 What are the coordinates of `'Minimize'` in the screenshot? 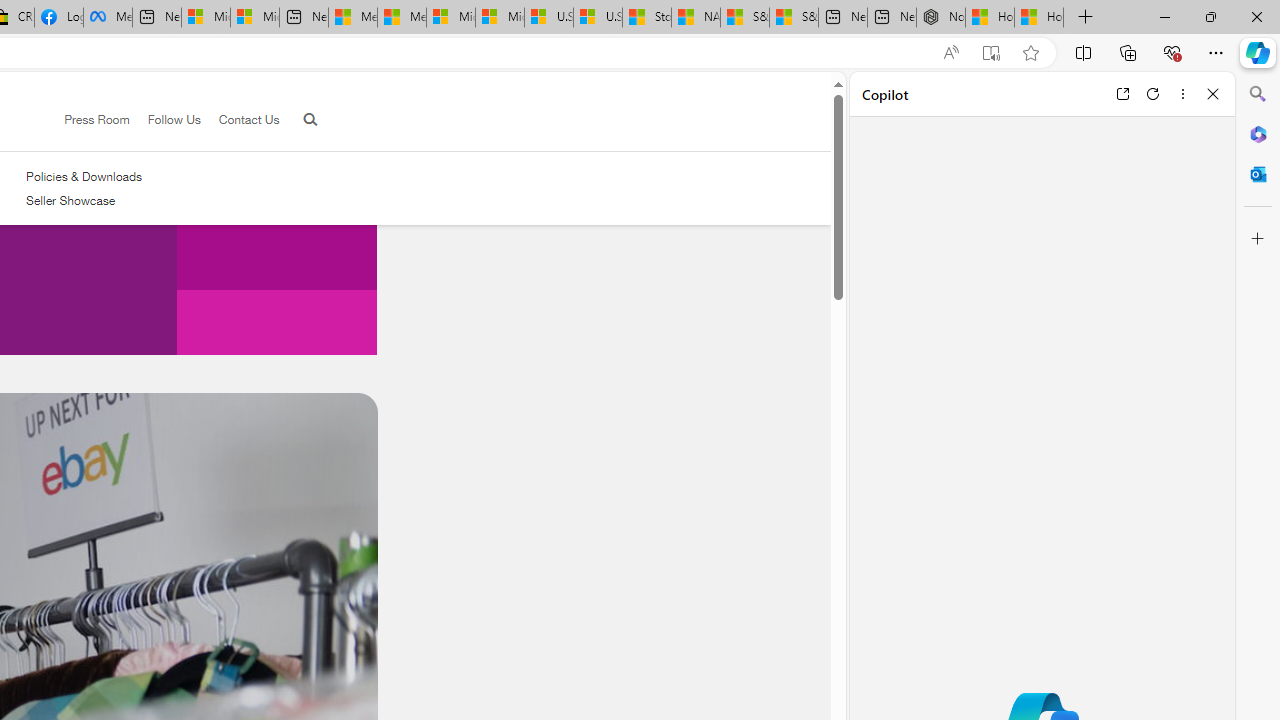 It's located at (1164, 16).